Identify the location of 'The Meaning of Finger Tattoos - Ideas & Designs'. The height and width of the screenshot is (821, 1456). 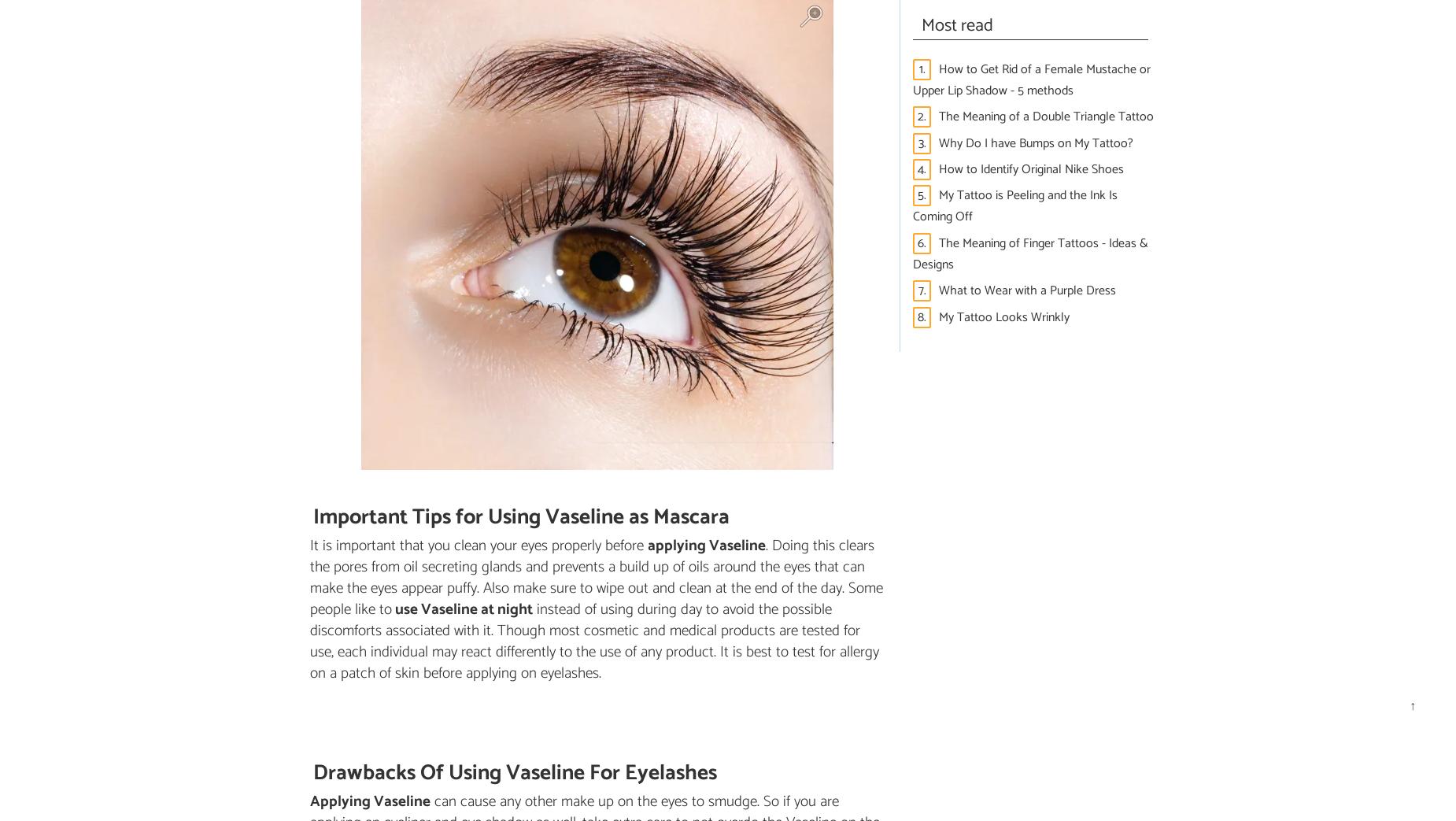
(1029, 252).